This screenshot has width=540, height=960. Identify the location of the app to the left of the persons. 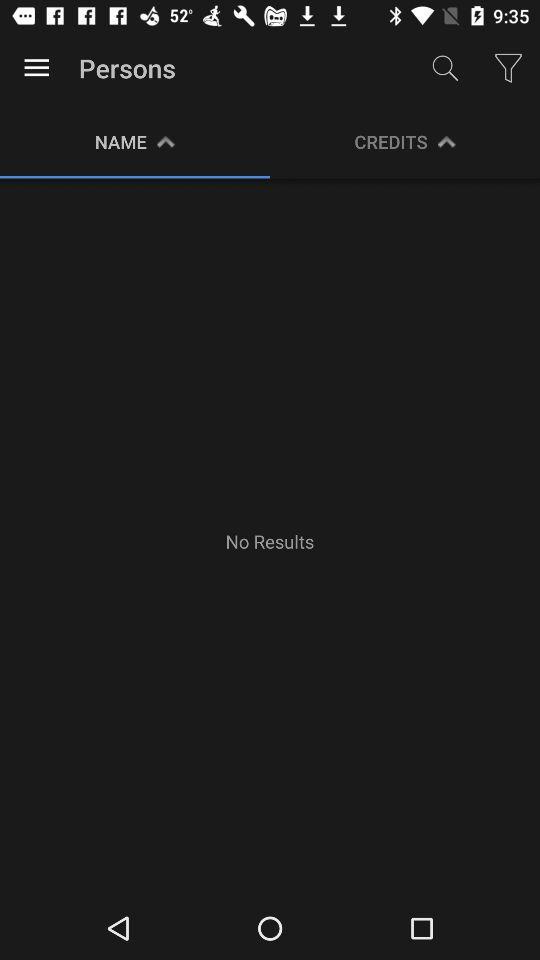
(36, 68).